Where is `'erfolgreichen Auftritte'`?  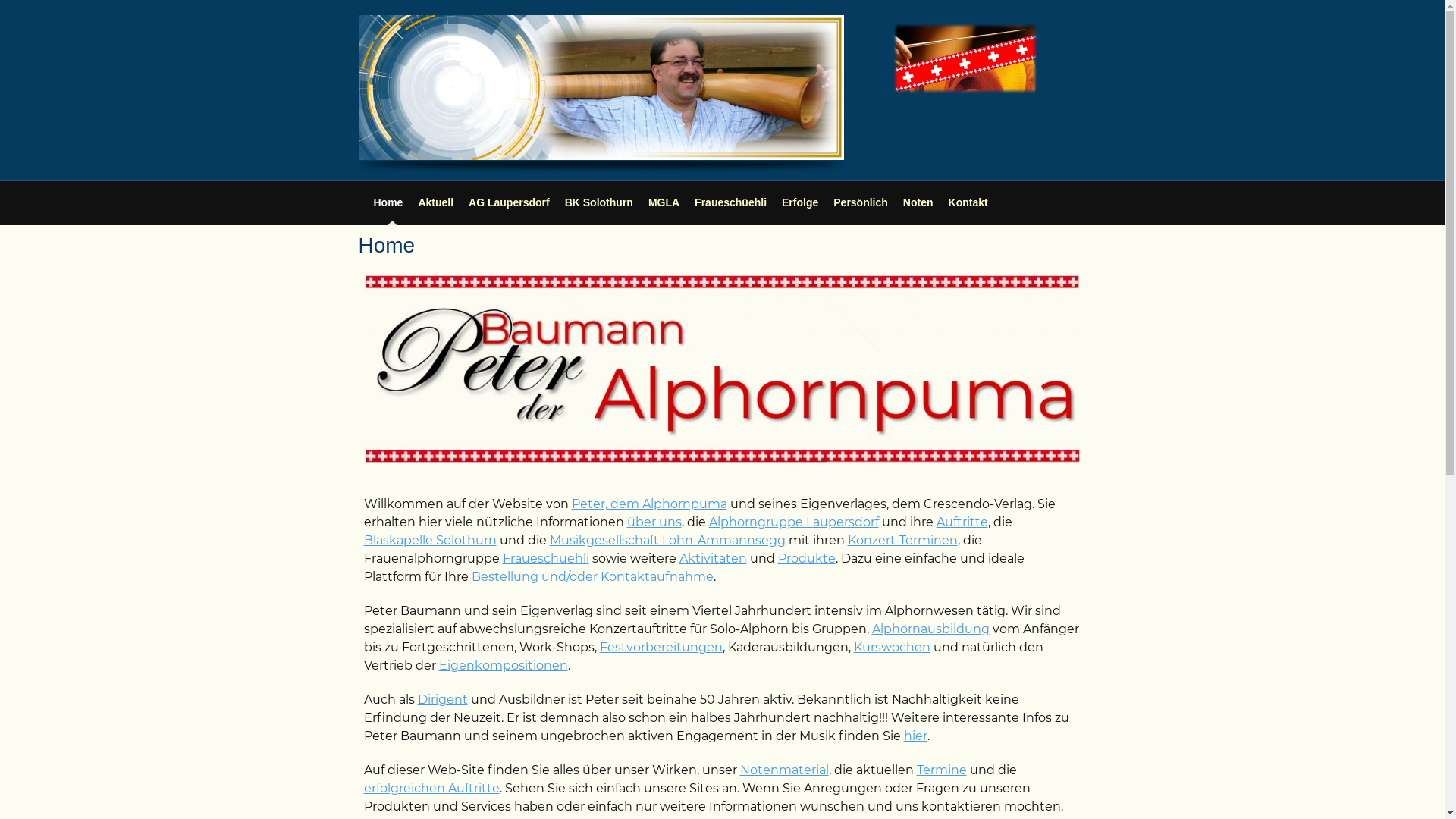
'erfolgreichen Auftritte' is located at coordinates (431, 787).